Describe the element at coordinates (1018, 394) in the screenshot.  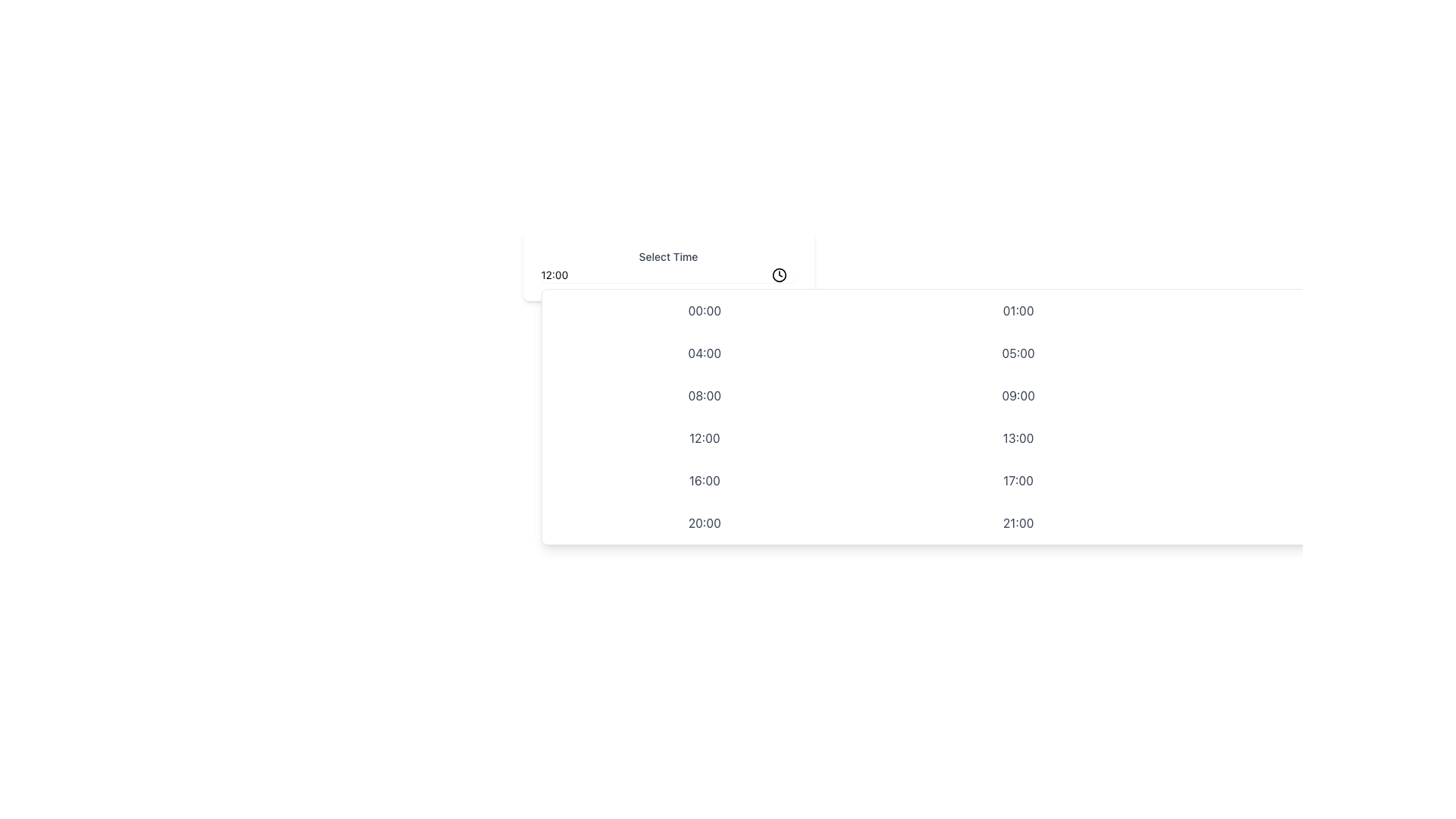
I see `the selectable list item displaying '09:00'` at that location.